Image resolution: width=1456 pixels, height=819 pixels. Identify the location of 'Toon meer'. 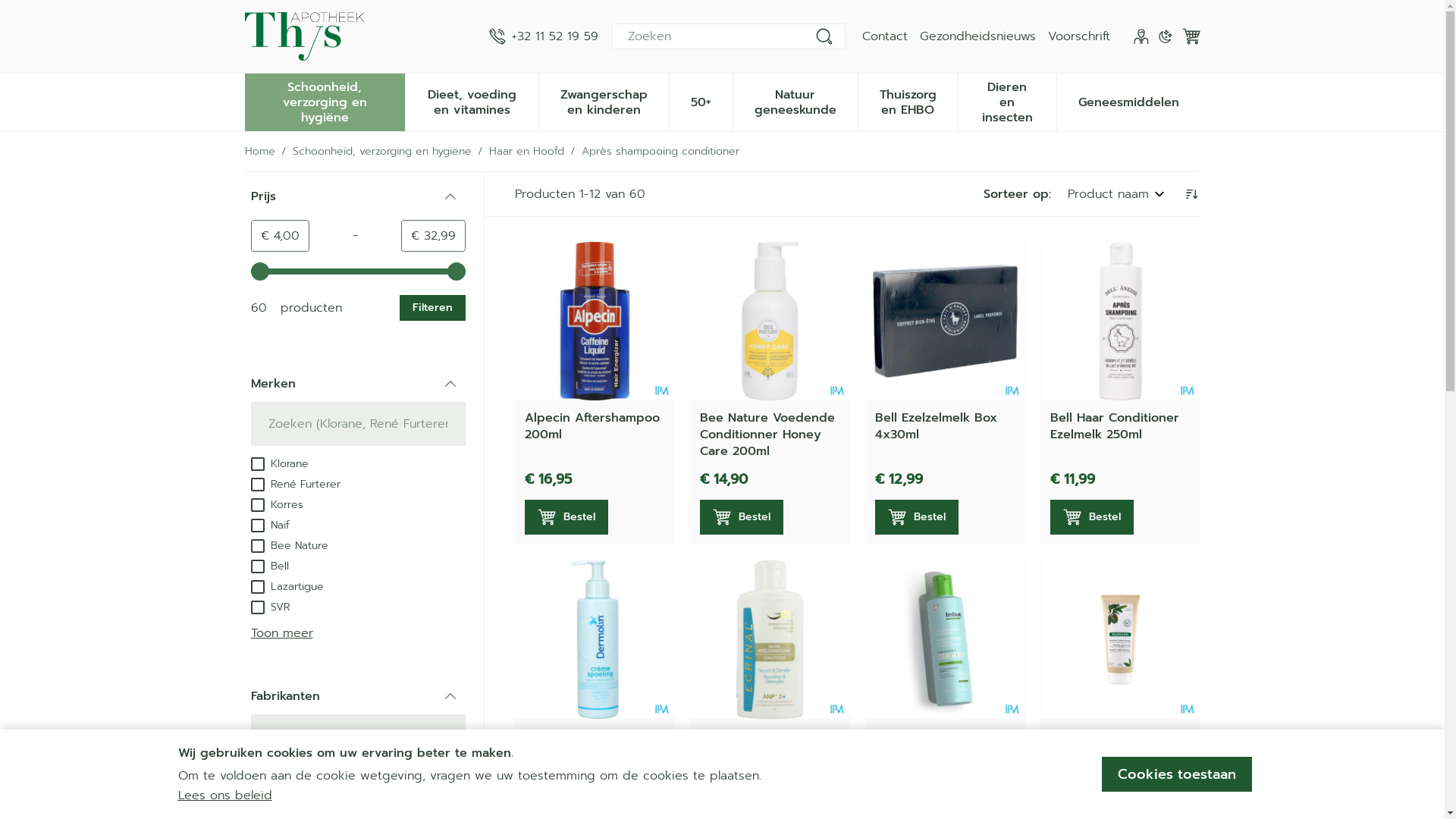
(281, 632).